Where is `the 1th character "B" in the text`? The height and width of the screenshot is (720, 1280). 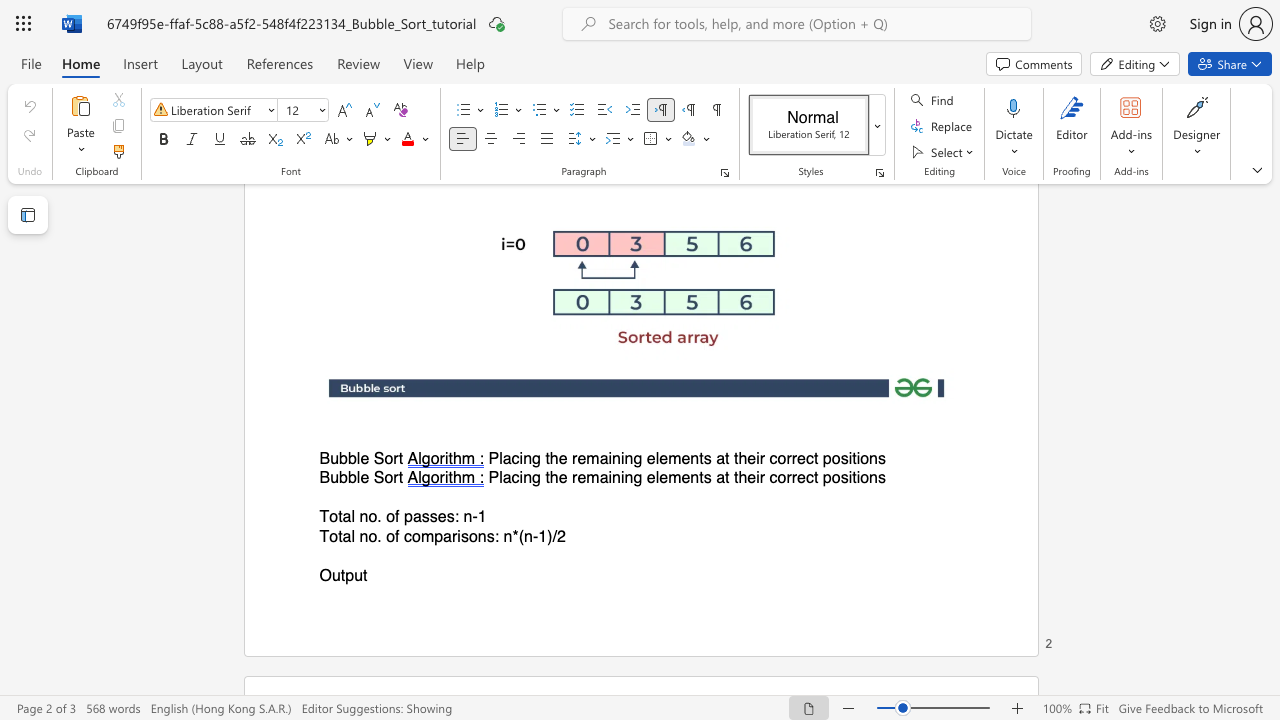
the 1th character "B" in the text is located at coordinates (324, 478).